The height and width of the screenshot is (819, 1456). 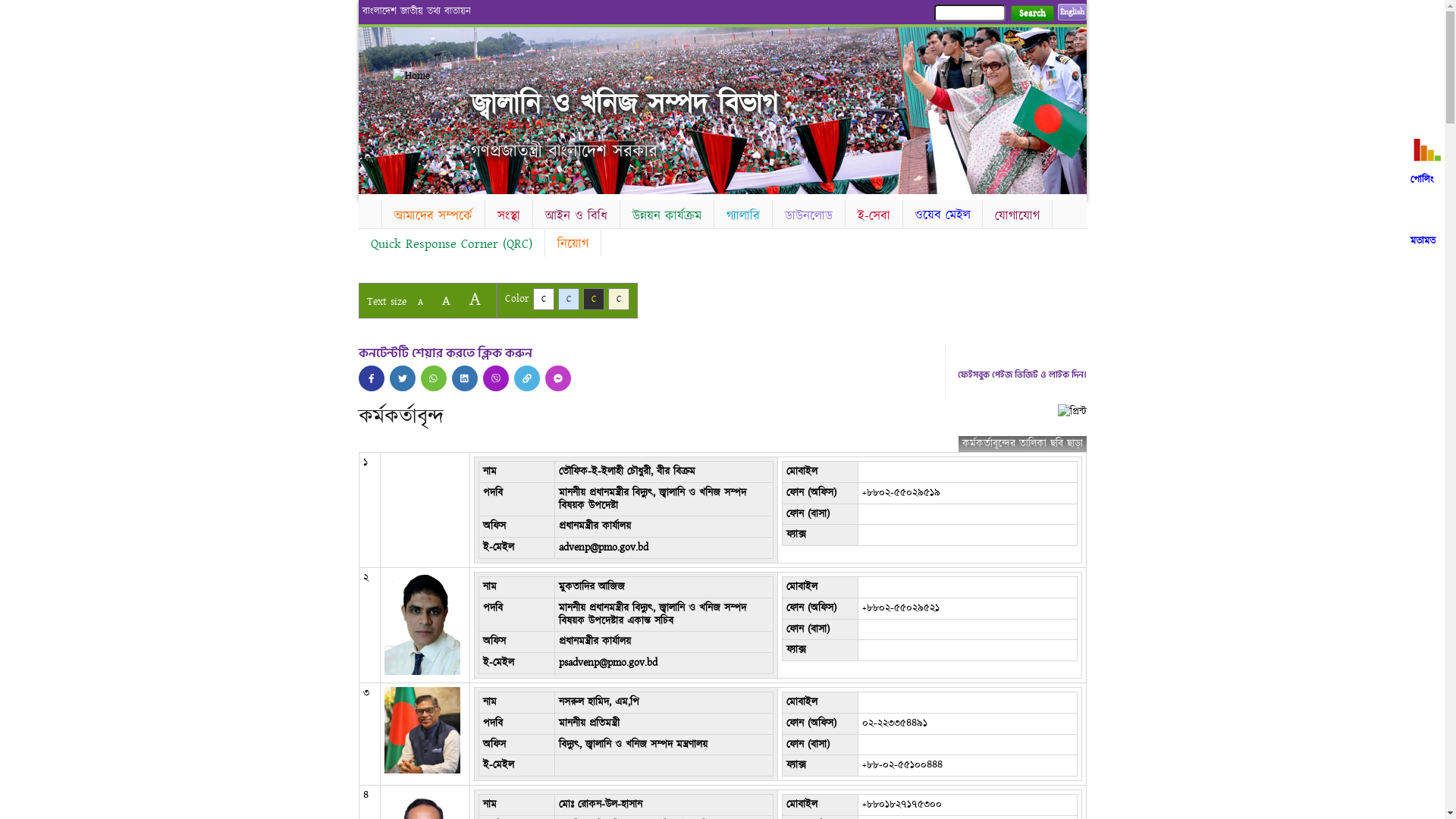 What do you see at coordinates (409, 302) in the screenshot?
I see `'A'` at bounding box center [409, 302].